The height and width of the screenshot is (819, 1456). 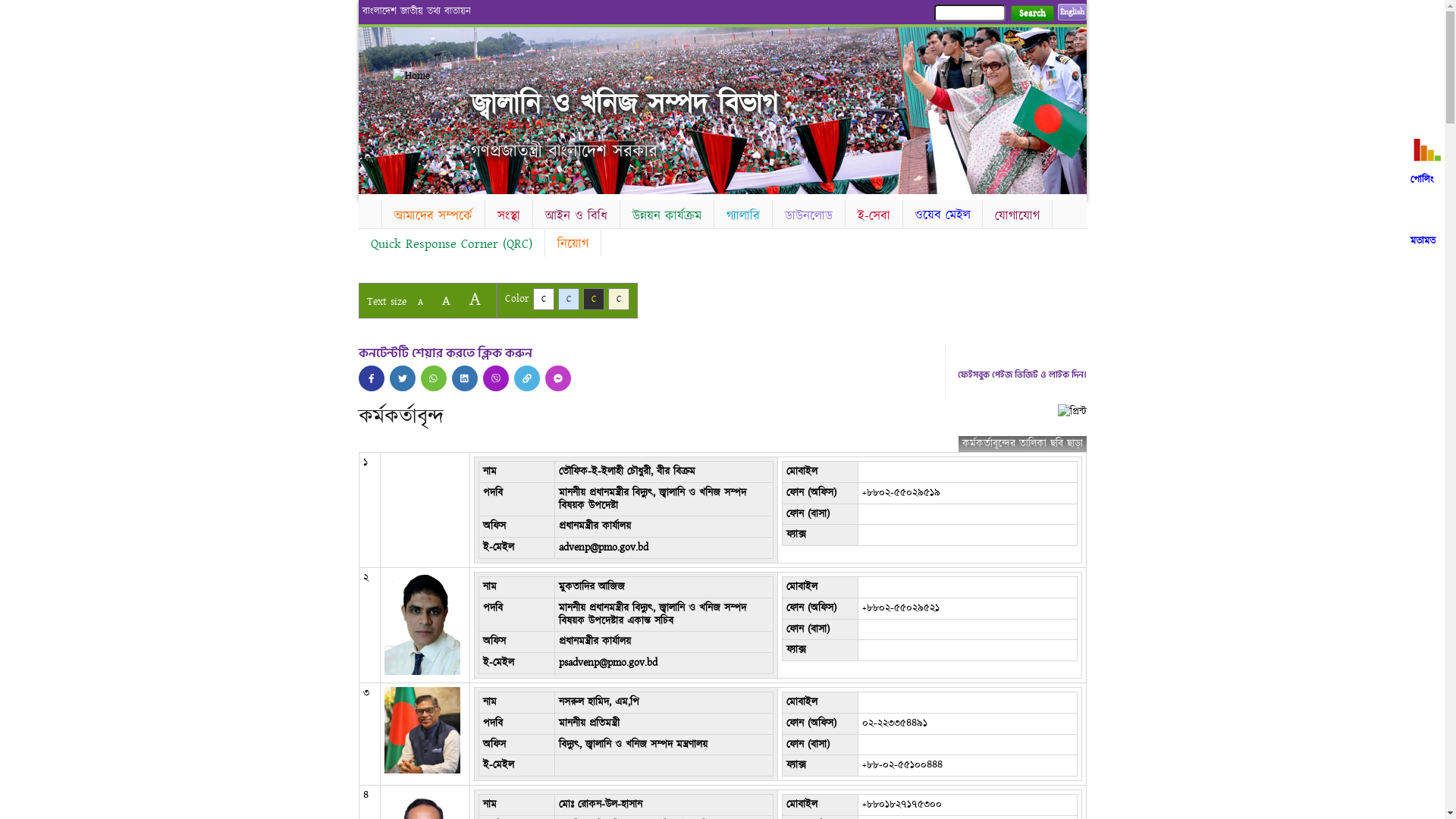 What do you see at coordinates (409, 302) in the screenshot?
I see `'A'` at bounding box center [409, 302].